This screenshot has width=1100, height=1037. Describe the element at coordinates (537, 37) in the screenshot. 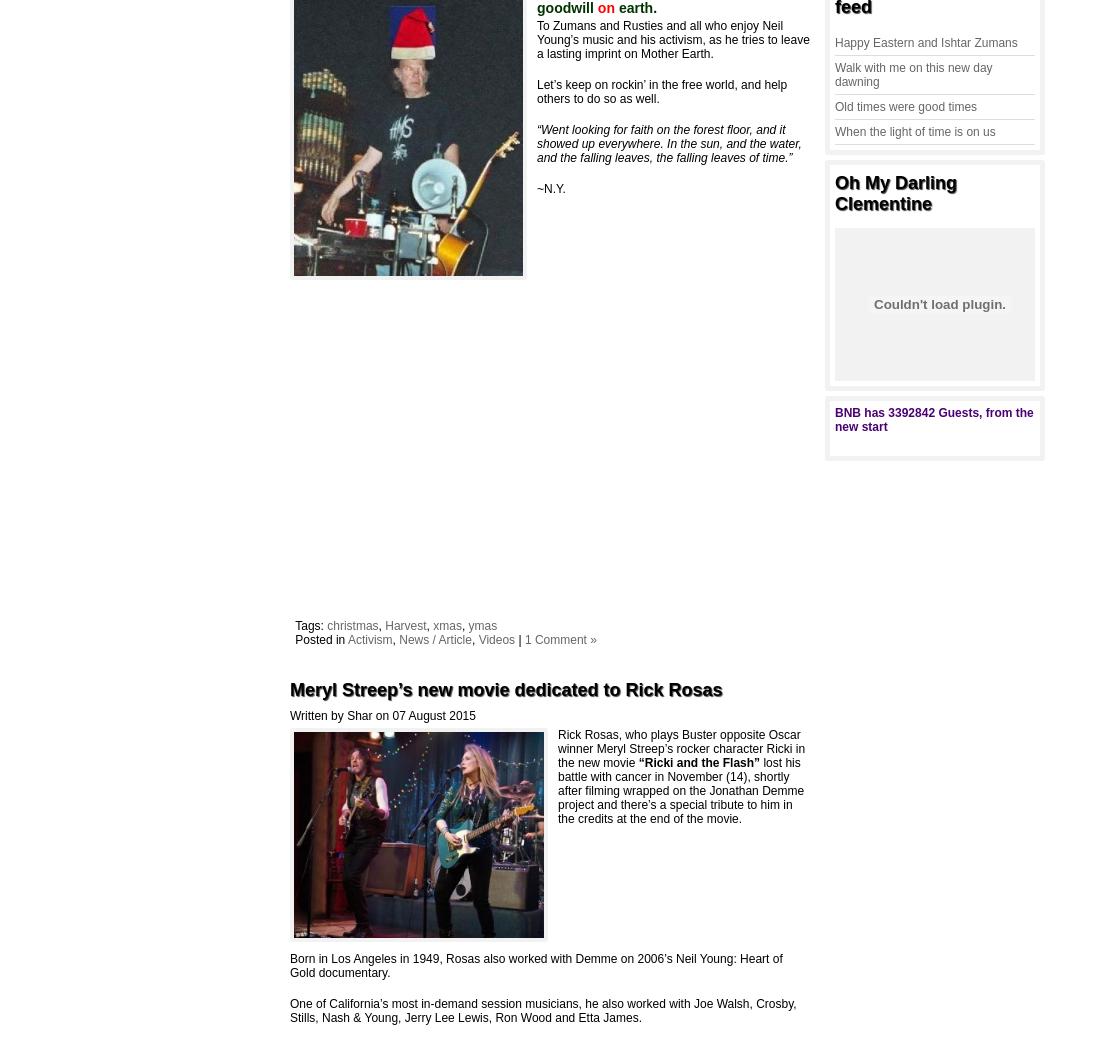

I see `'To Zumans and Rusties and all who enjoy Neil Young’s music and his activism, as he tries to leave a lasting imprint on Mother Earth.'` at that location.